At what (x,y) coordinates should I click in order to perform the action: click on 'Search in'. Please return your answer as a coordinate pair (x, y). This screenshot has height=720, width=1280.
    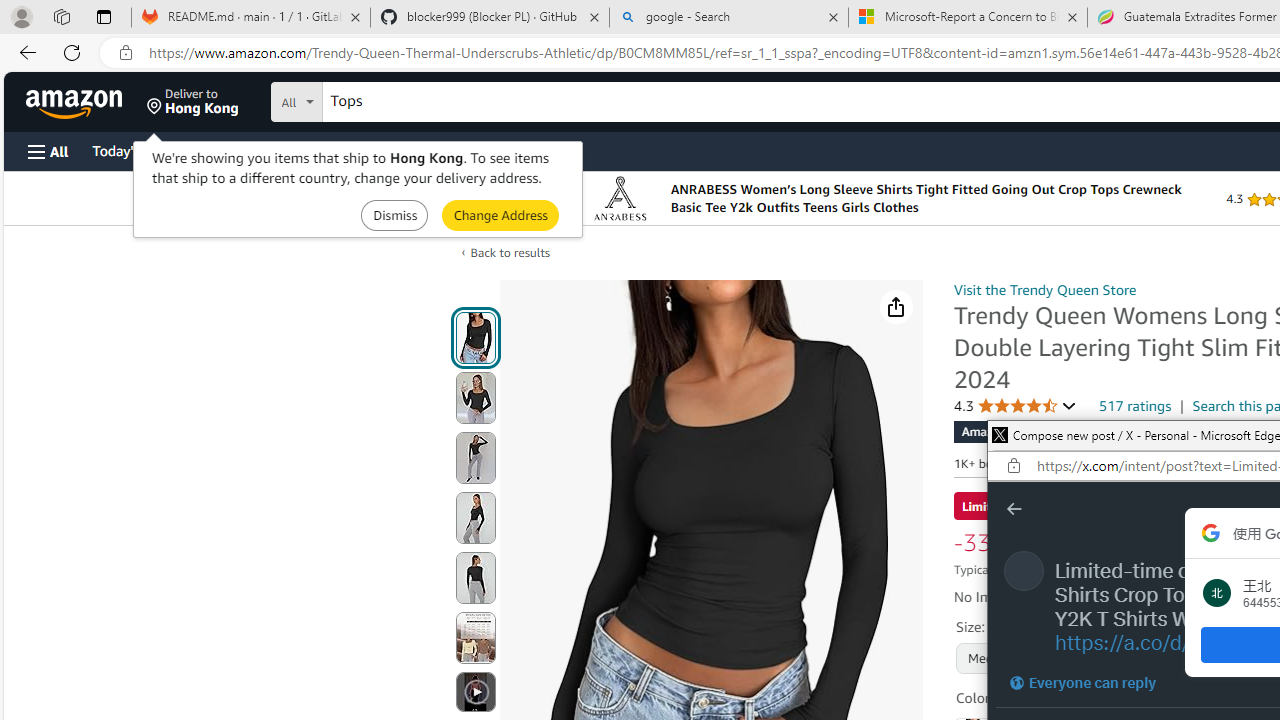
    Looking at the image, I should click on (371, 99).